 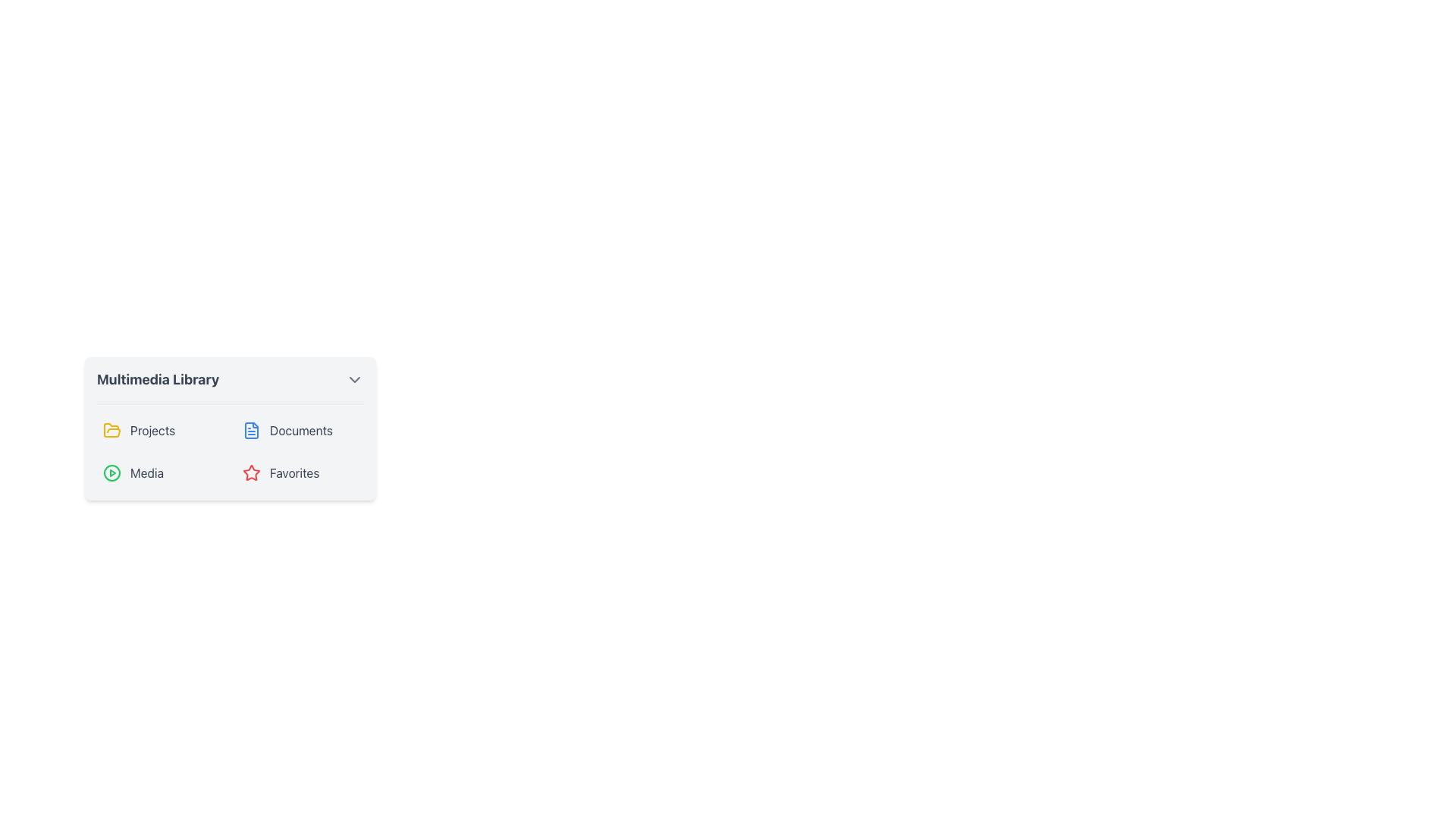 What do you see at coordinates (353, 379) in the screenshot?
I see `the toggle button located in the header titled 'Multimedia Library'` at bounding box center [353, 379].